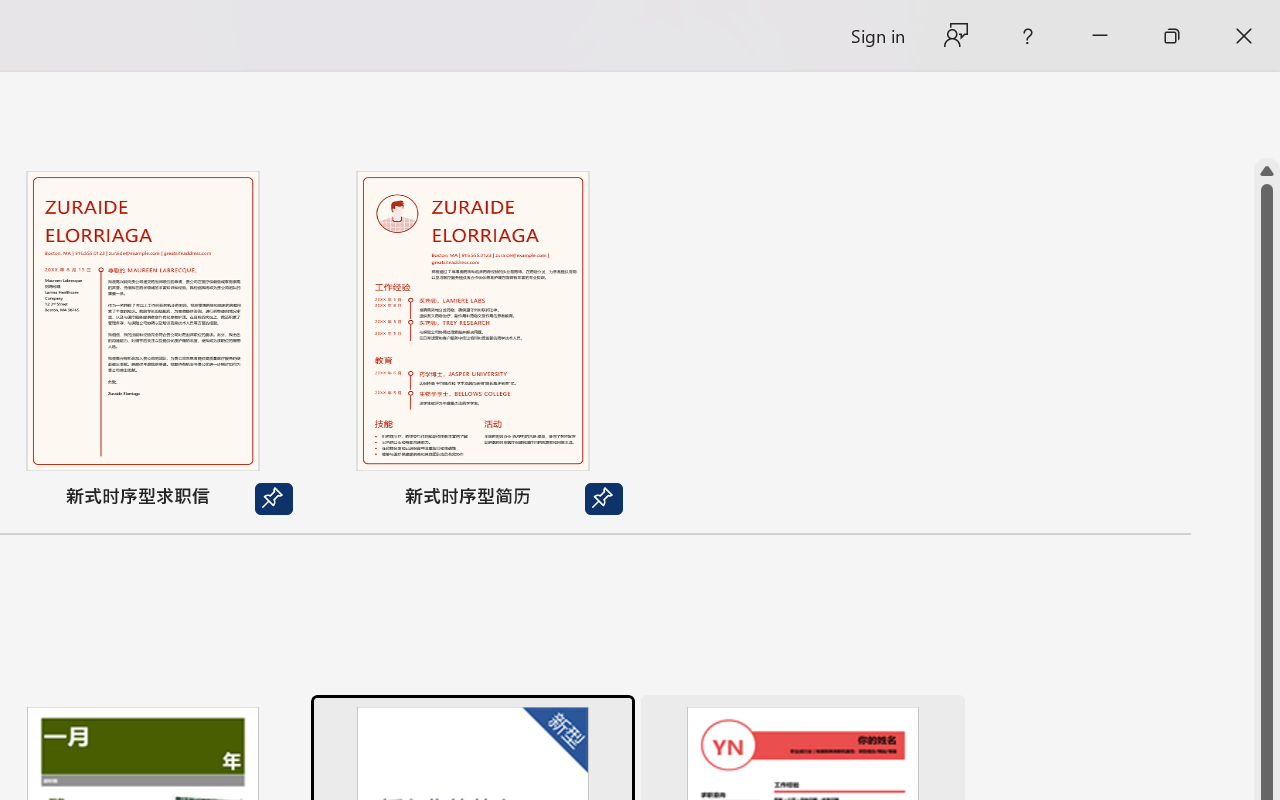  What do you see at coordinates (603, 499) in the screenshot?
I see `'Unpin from list'` at bounding box center [603, 499].